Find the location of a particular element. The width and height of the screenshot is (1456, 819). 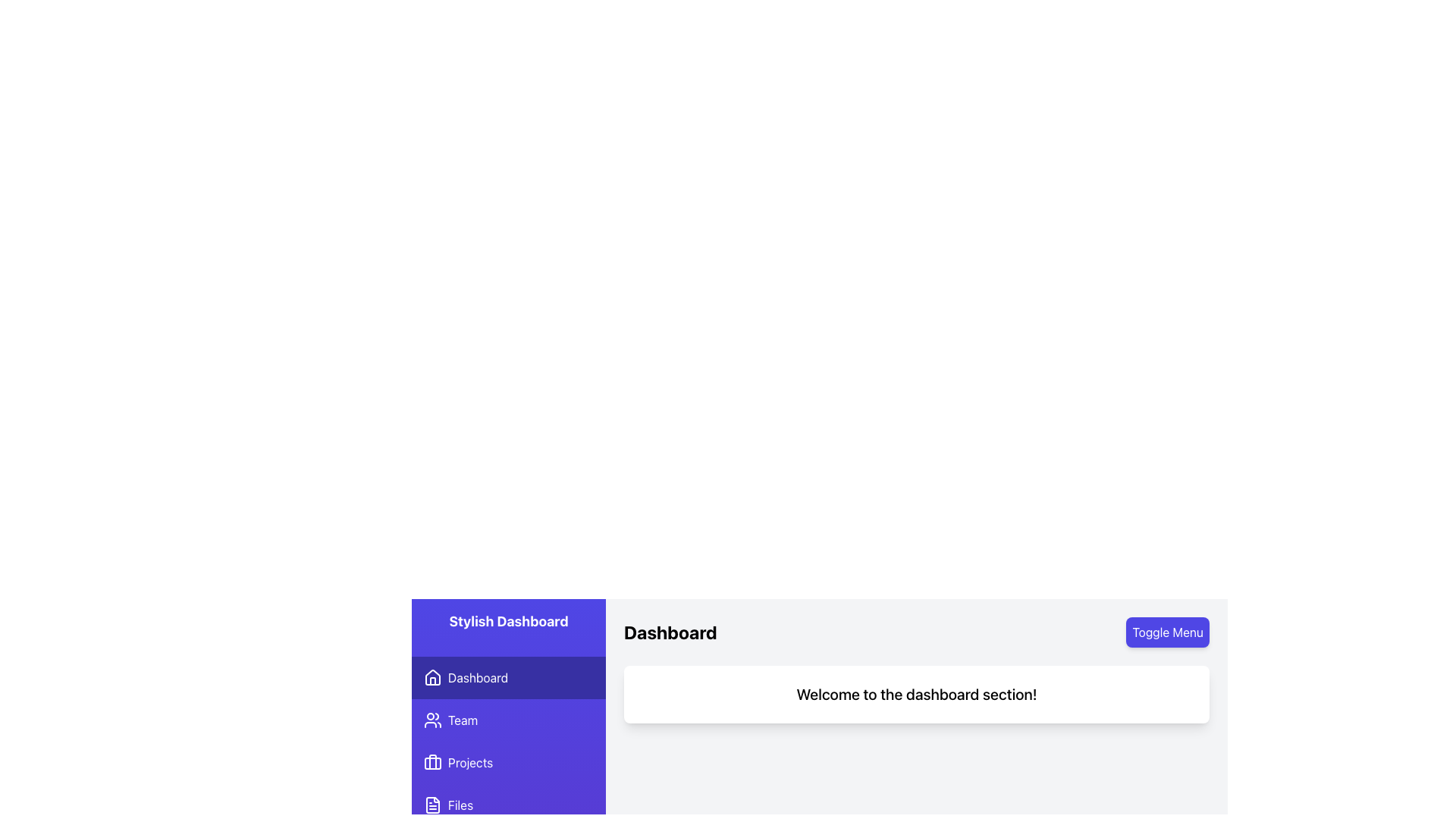

the 'Projects' button in the sidebar menu is located at coordinates (509, 763).